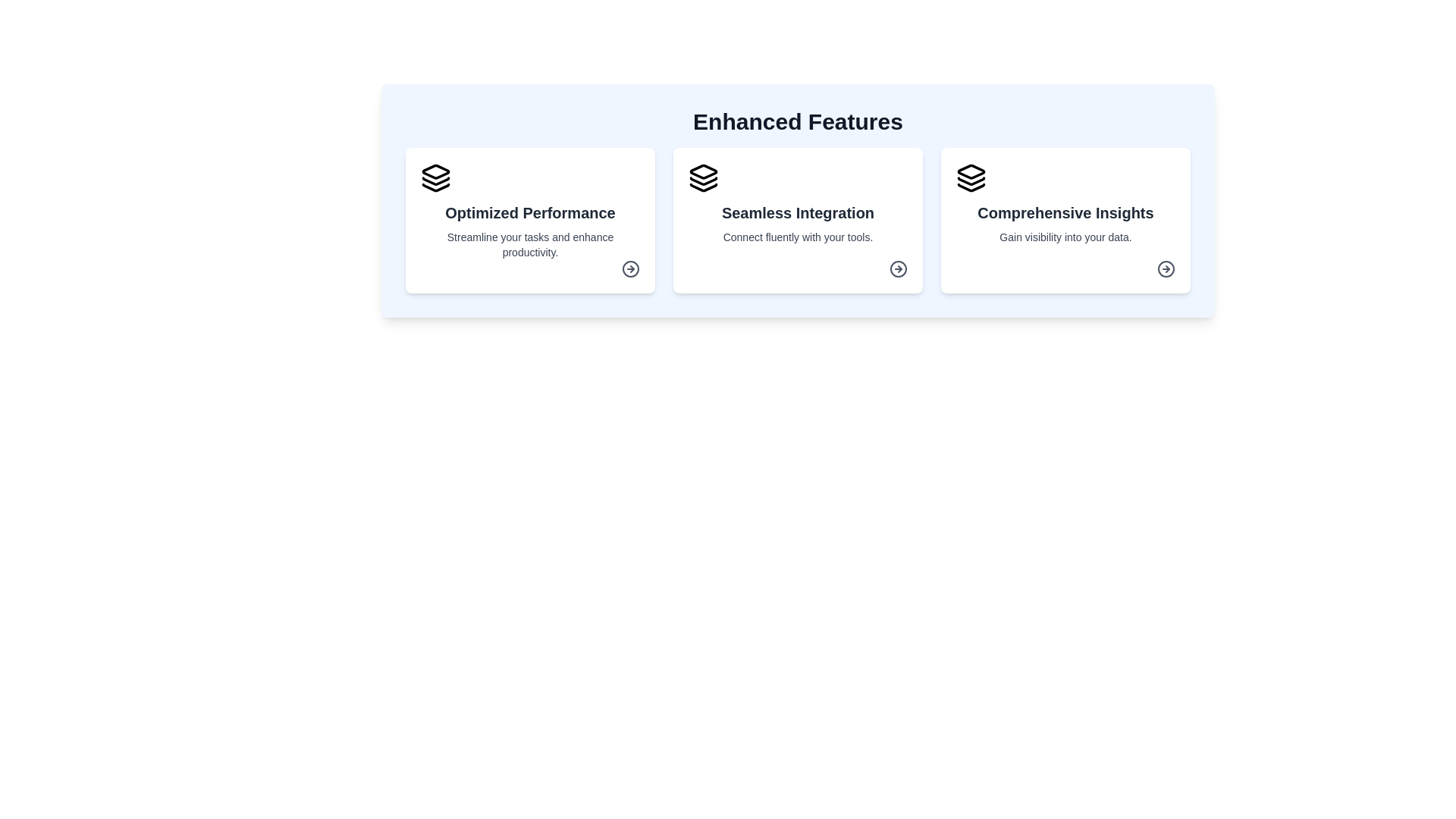  I want to click on the circular icon with a right-pointing arrow, which has a gray outline and is located in the lower-right corner of the 'Comprehensive Insights' card, so click(1165, 268).